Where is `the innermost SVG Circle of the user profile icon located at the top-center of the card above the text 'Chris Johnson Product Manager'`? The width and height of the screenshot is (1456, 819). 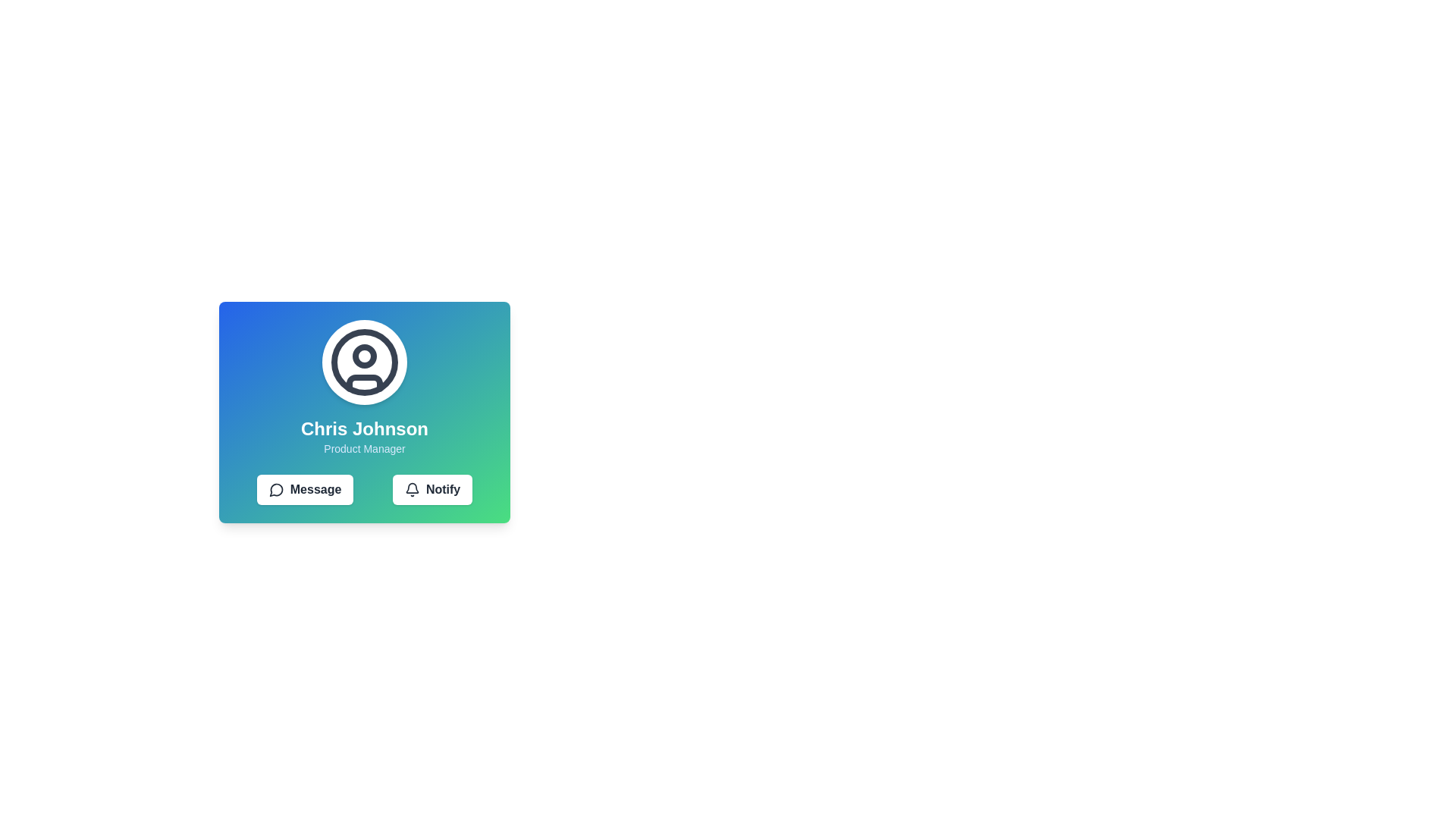
the innermost SVG Circle of the user profile icon located at the top-center of the card above the text 'Chris Johnson Product Manager' is located at coordinates (364, 362).